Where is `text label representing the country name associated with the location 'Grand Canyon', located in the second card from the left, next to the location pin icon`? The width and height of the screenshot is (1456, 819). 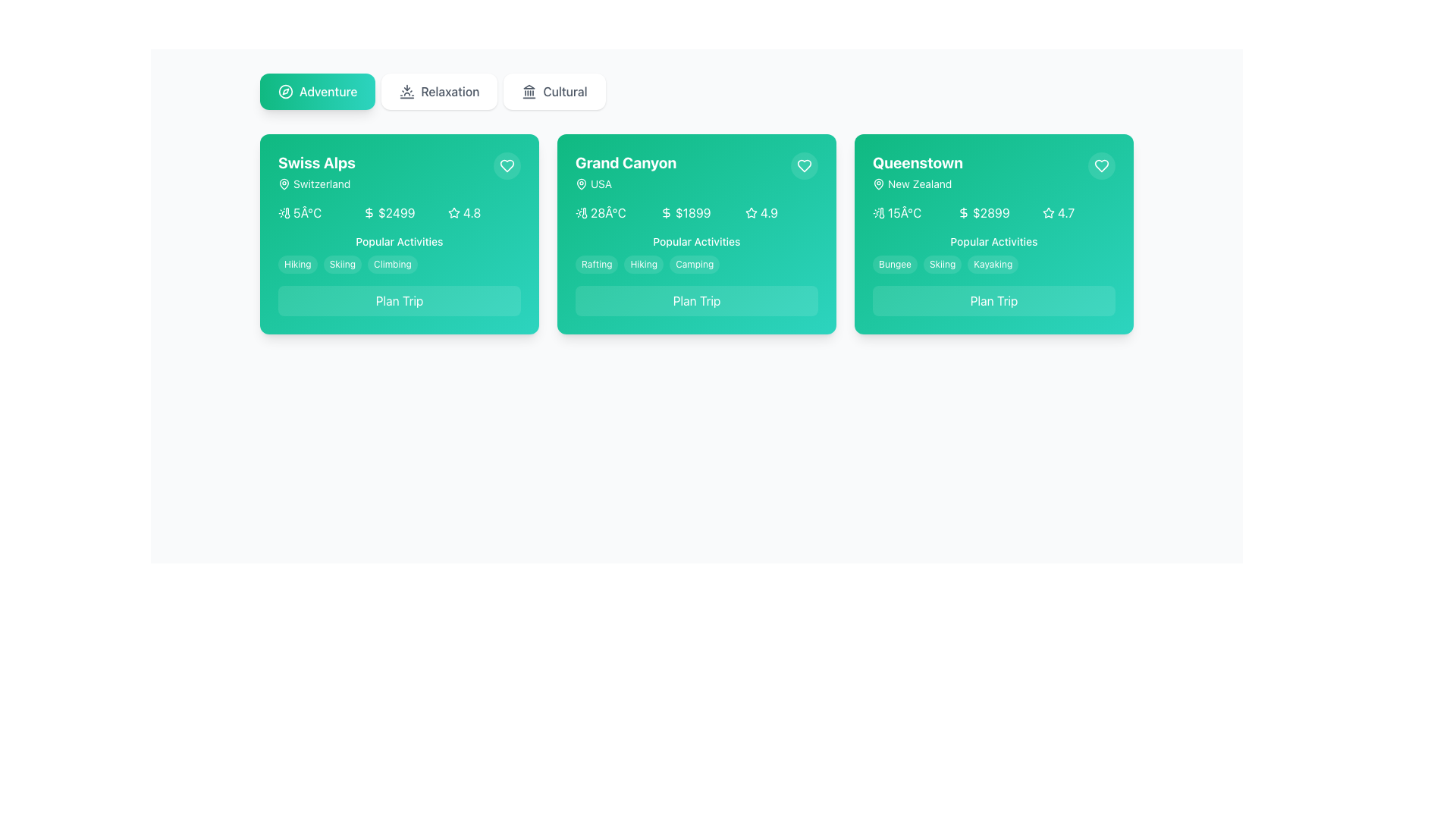
text label representing the country name associated with the location 'Grand Canyon', located in the second card from the left, next to the location pin icon is located at coordinates (601, 184).